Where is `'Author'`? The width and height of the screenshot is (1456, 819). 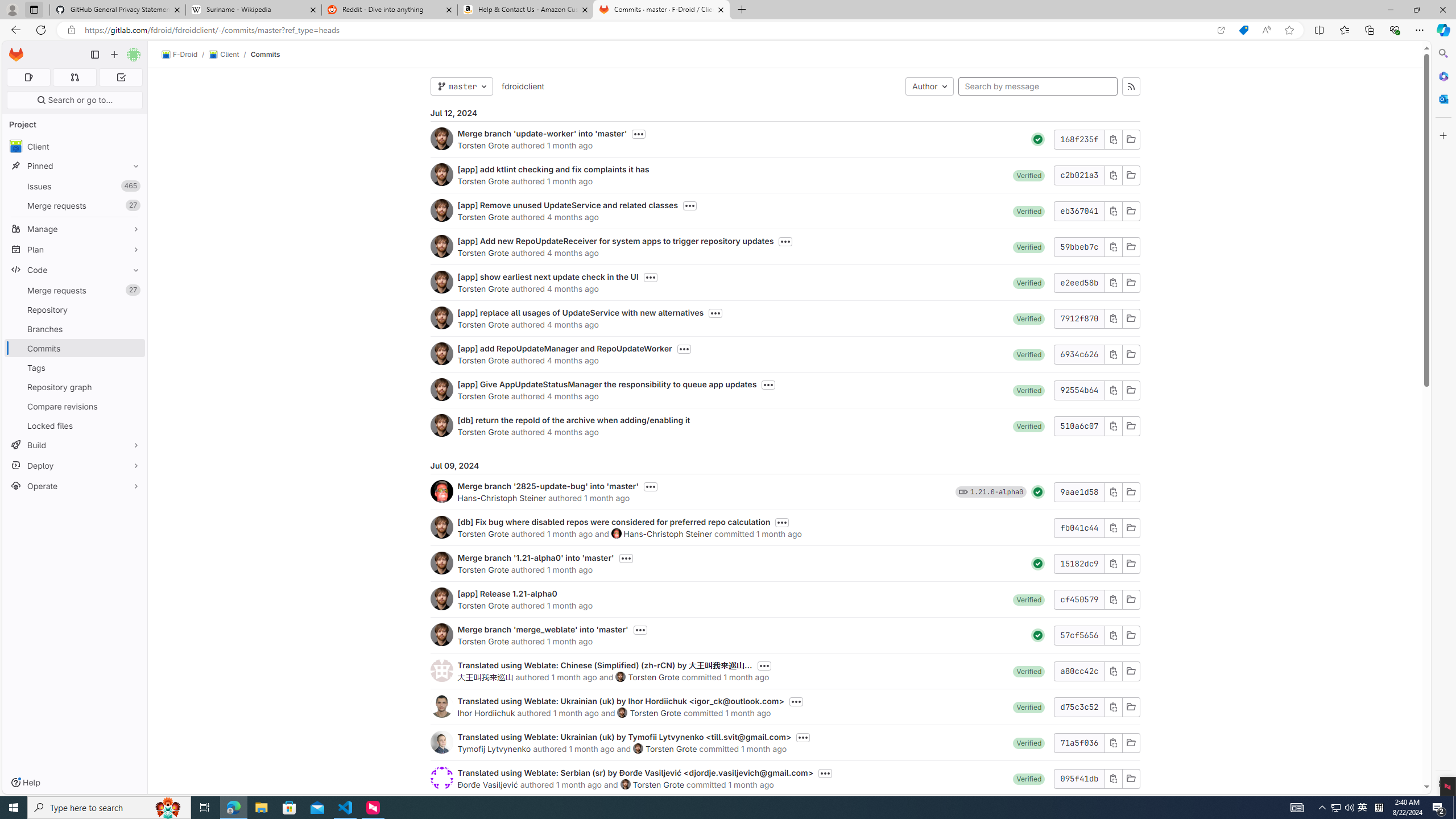 'Author' is located at coordinates (929, 85).